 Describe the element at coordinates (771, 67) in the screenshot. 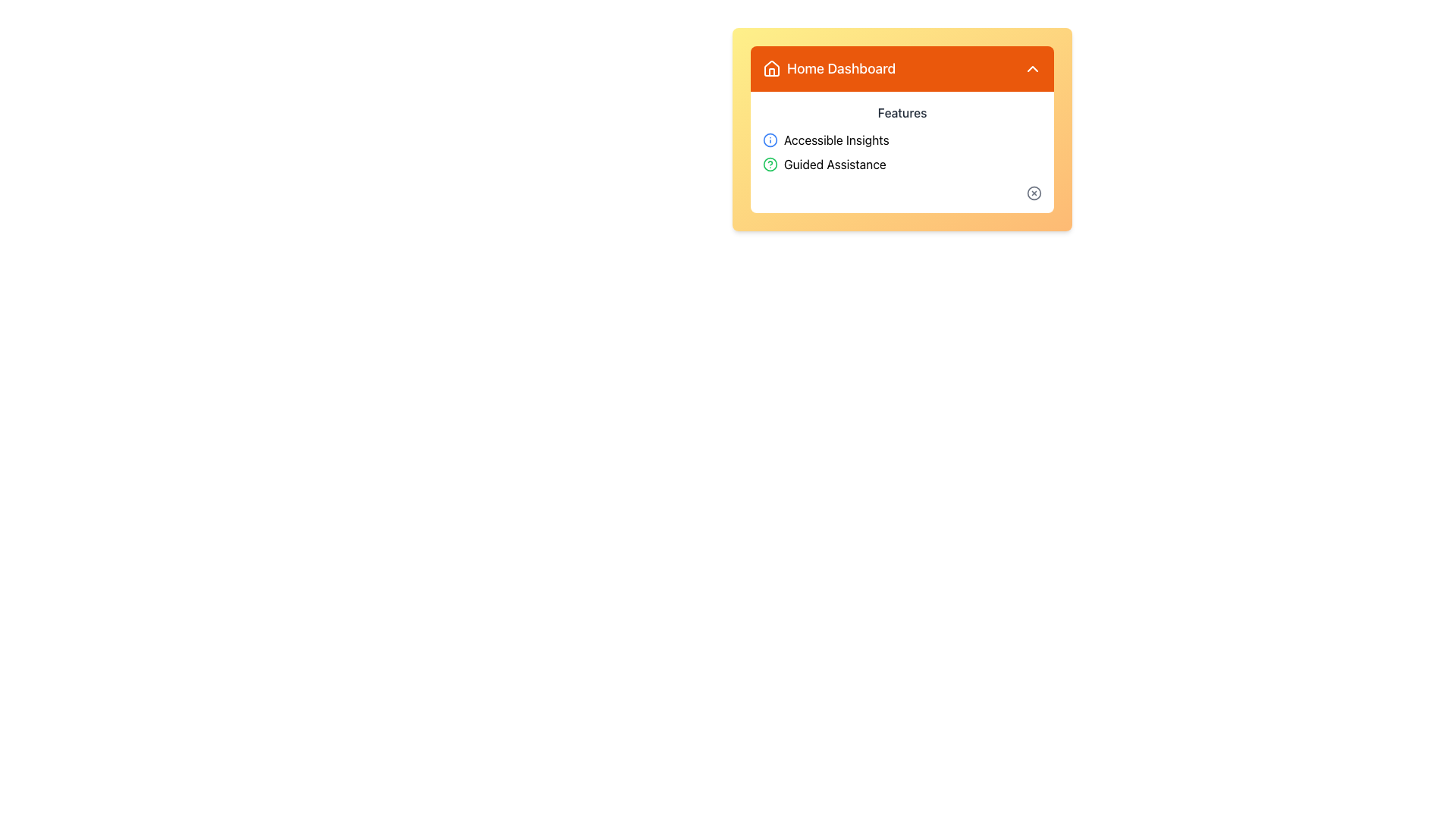

I see `the 'Home' icon located in the card header, positioned to the left of the 'Home Dashboard' text` at that location.